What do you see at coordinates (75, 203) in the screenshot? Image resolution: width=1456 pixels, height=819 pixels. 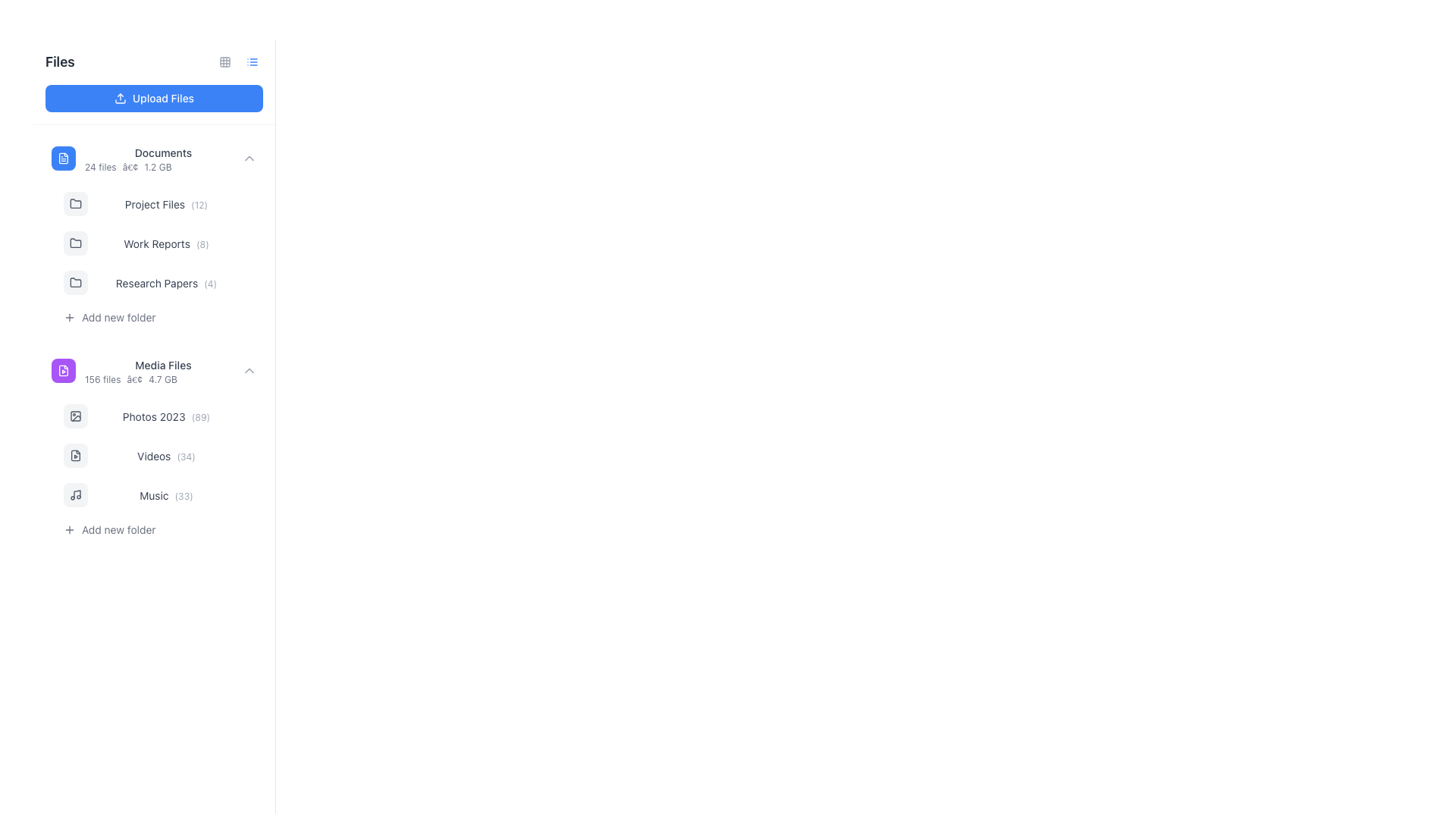 I see `the folder icon button representing 'Project Files'` at bounding box center [75, 203].